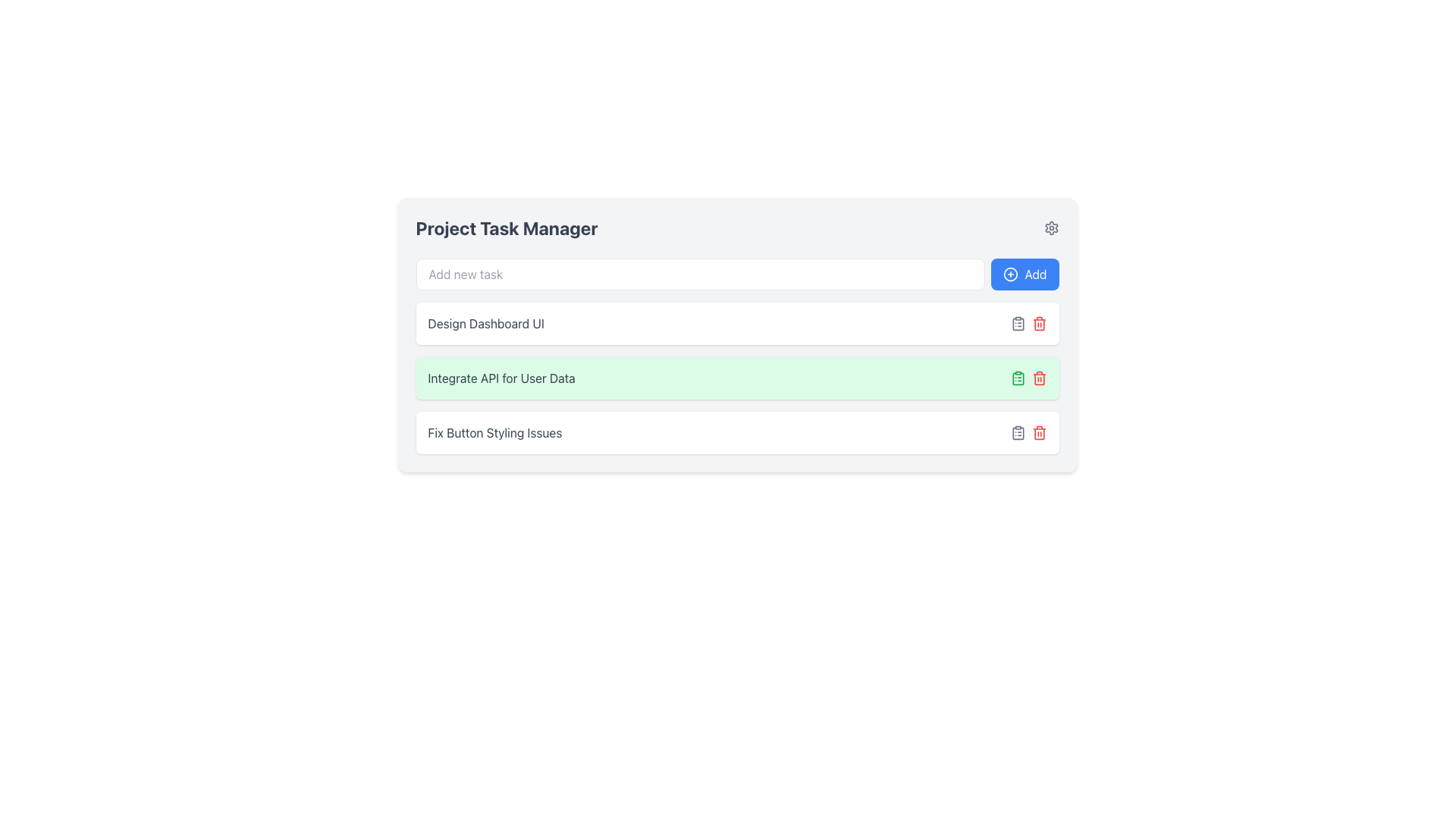 This screenshot has width=1456, height=819. What do you see at coordinates (1038, 432) in the screenshot?
I see `the red trash can icon` at bounding box center [1038, 432].